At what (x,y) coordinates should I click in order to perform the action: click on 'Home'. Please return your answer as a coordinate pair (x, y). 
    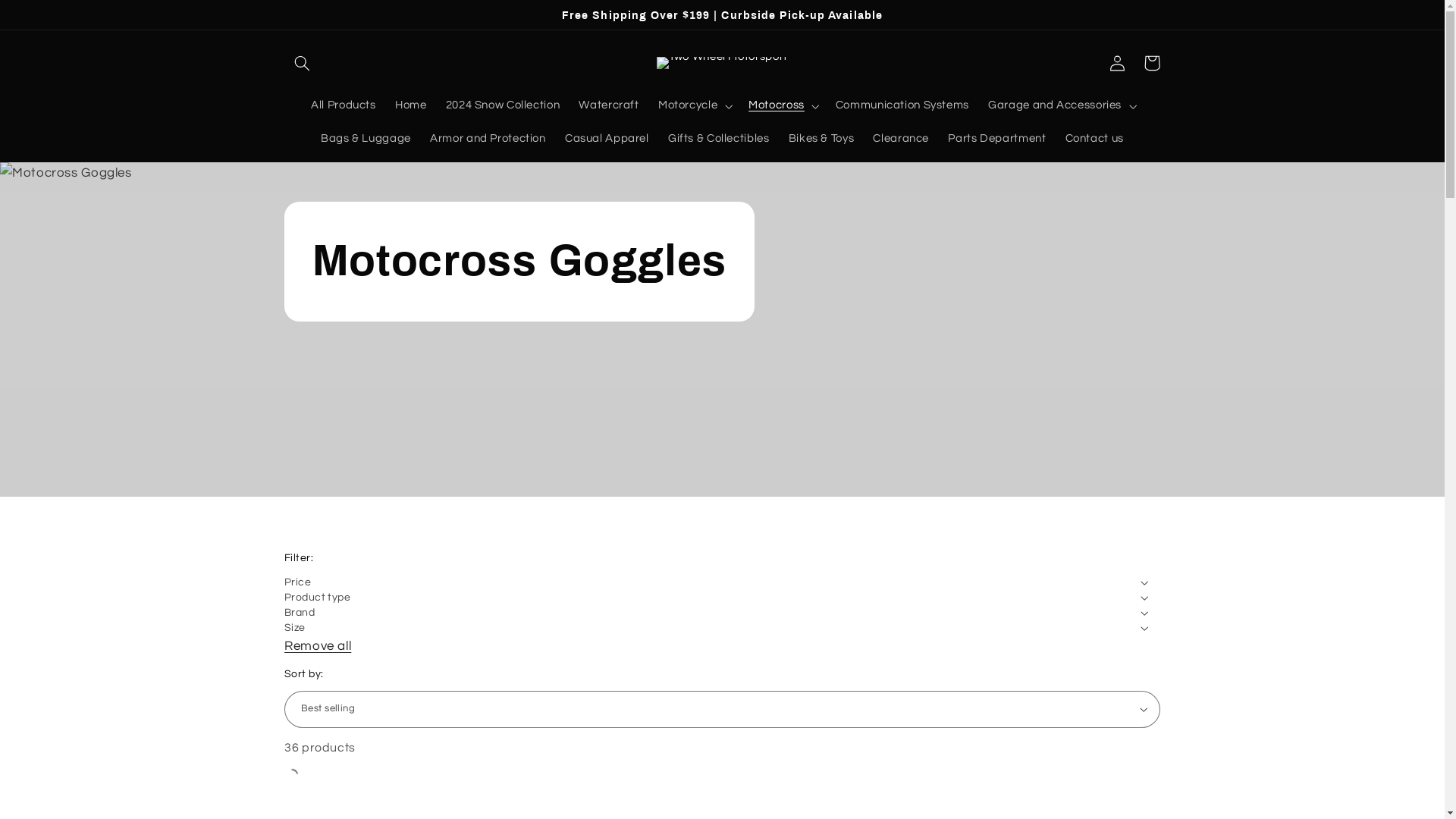
    Looking at the image, I should click on (385, 105).